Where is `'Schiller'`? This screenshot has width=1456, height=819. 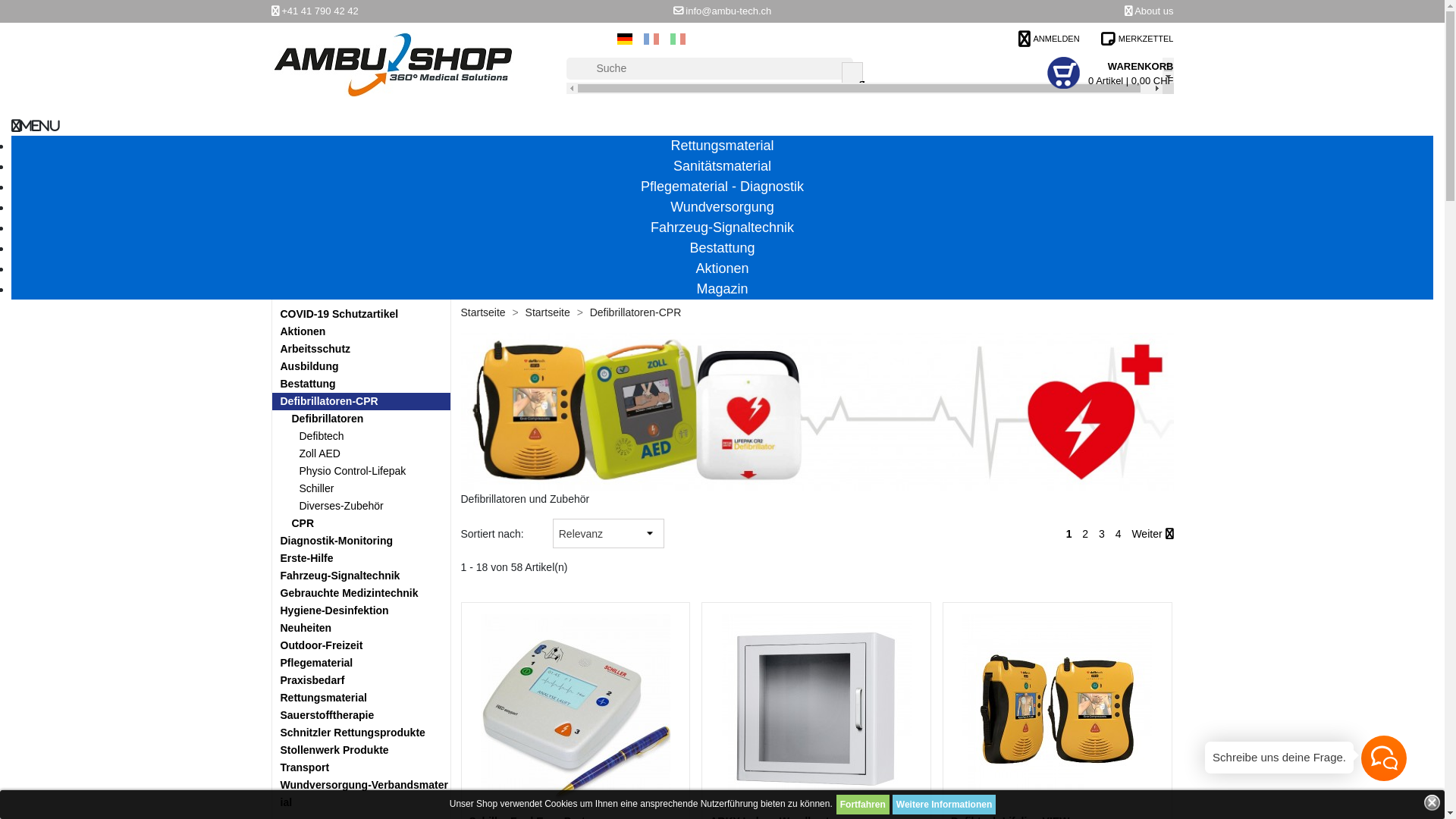 'Schiller' is located at coordinates (359, 488).